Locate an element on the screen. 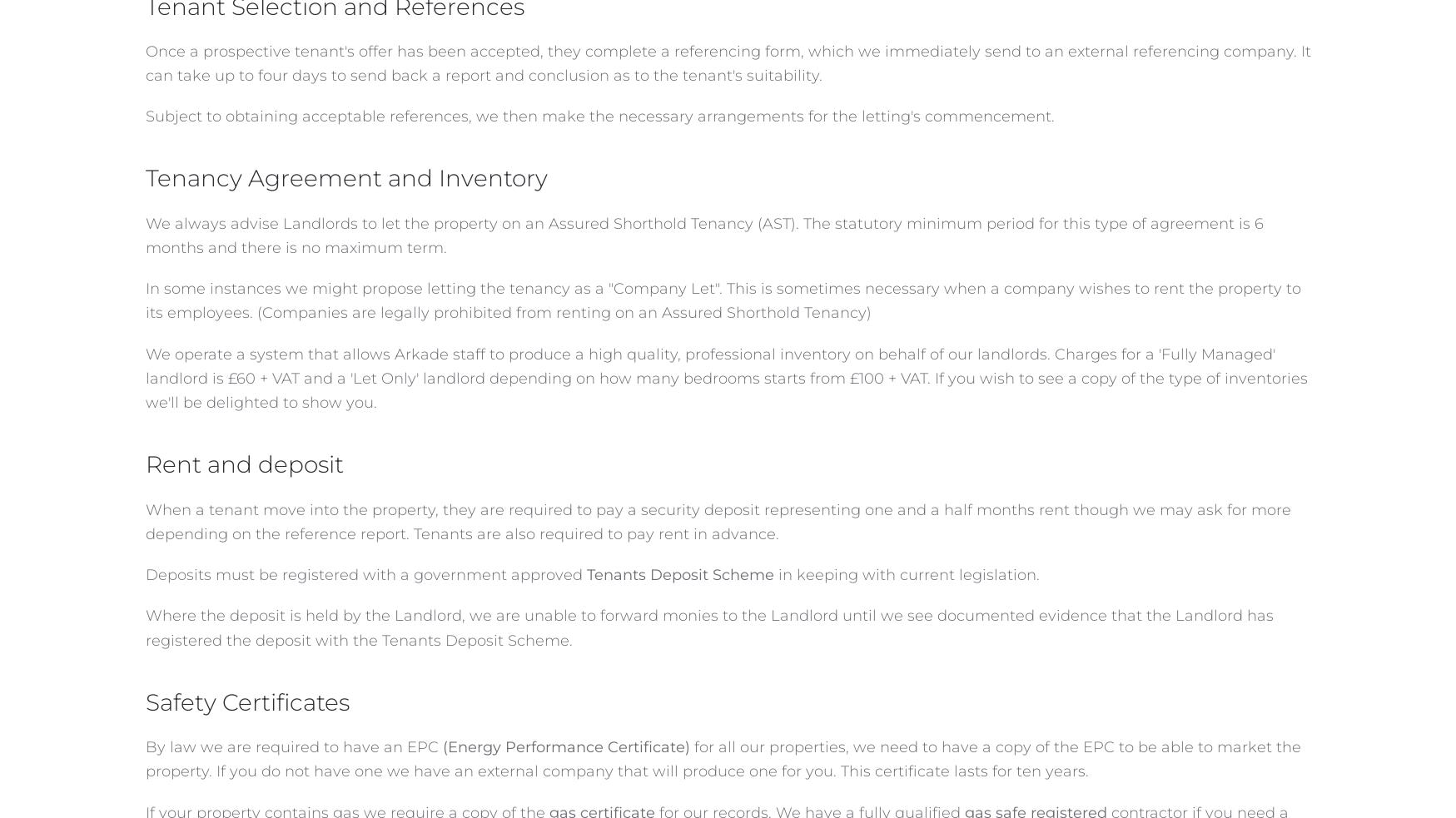 The width and height of the screenshot is (1456, 818). 'Tenants Deposit Scheme' is located at coordinates (584, 574).